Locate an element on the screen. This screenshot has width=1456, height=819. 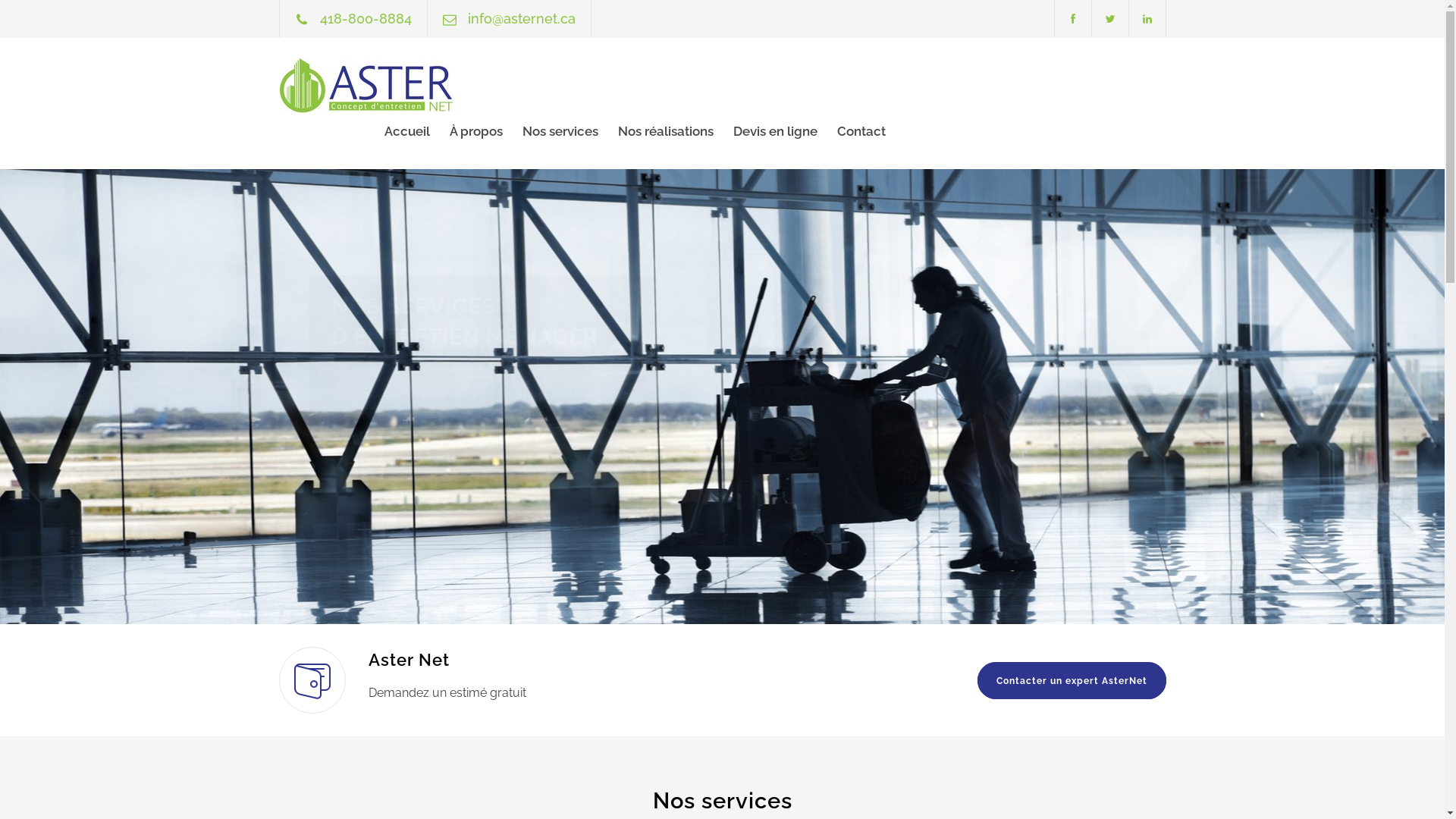
'Devis en ligne' is located at coordinates (764, 130).